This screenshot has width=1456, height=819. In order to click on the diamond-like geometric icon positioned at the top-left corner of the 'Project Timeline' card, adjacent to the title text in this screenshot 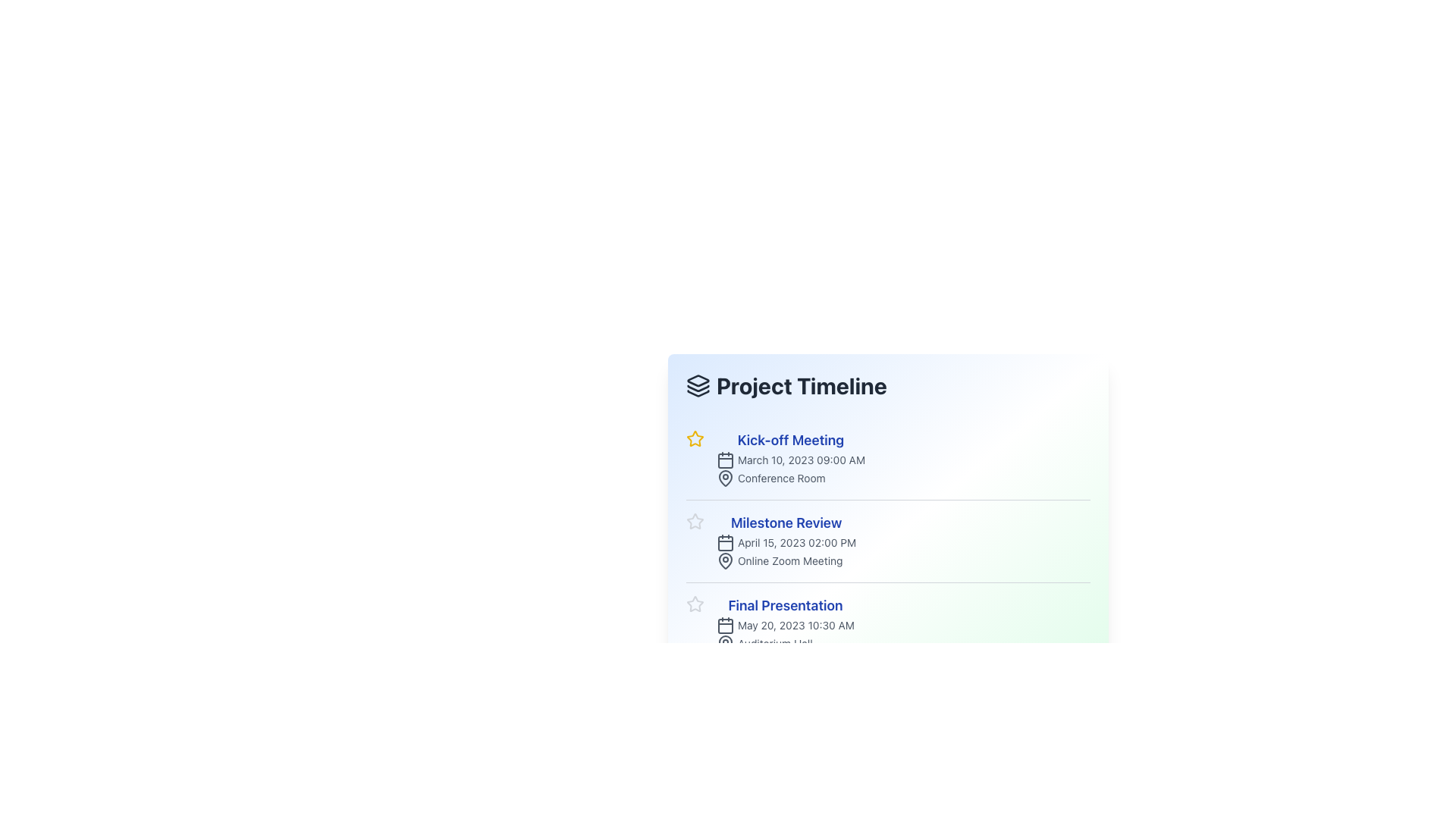, I will do `click(698, 380)`.